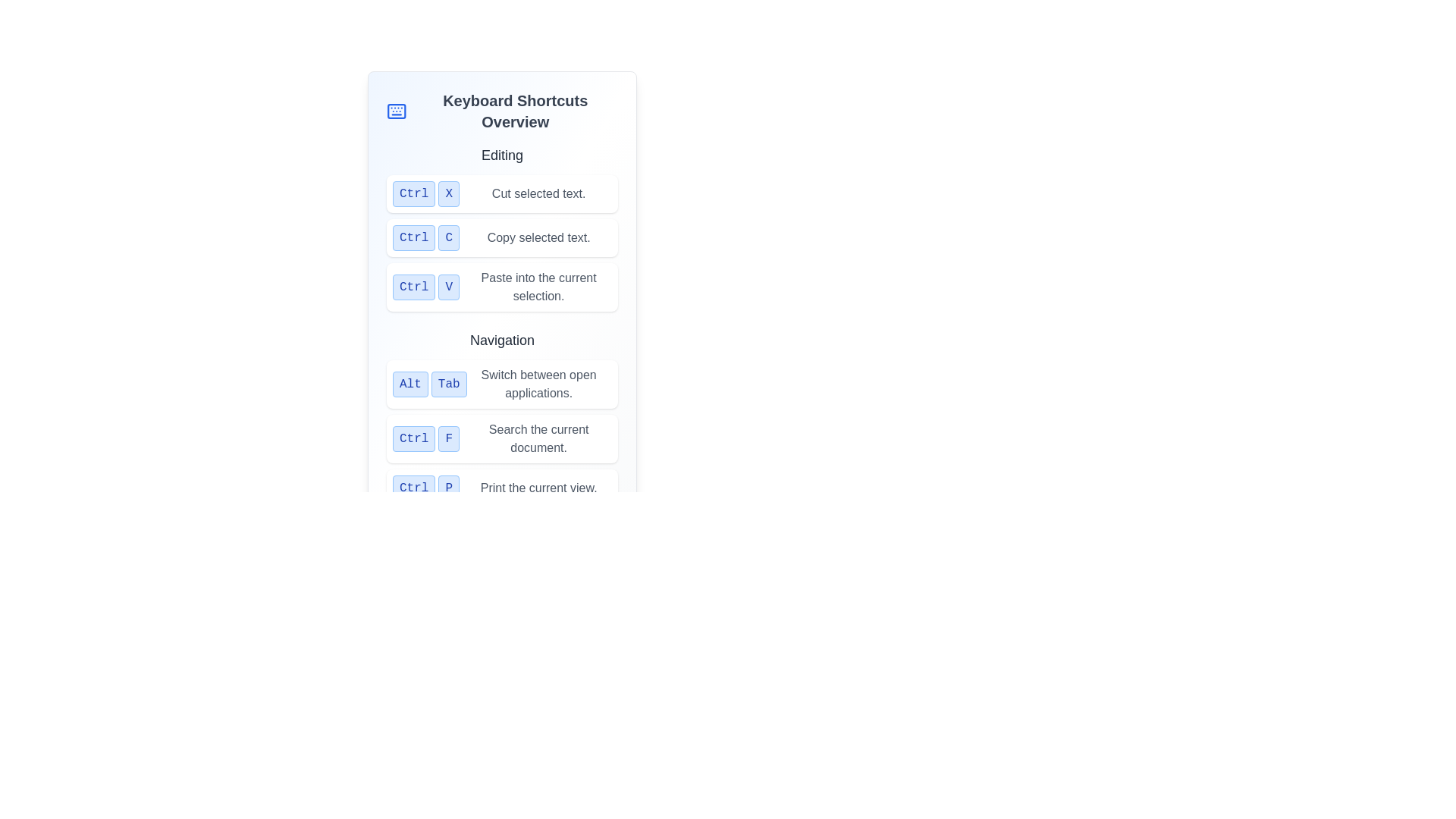 Image resolution: width=1456 pixels, height=819 pixels. I want to click on the blue buttons labeled 'Ctrl' and 'C' in the keyboard shortcuts list under the 'Editing' section, positioned between 'Ctrl X' and 'Ctrl V', so click(428, 237).